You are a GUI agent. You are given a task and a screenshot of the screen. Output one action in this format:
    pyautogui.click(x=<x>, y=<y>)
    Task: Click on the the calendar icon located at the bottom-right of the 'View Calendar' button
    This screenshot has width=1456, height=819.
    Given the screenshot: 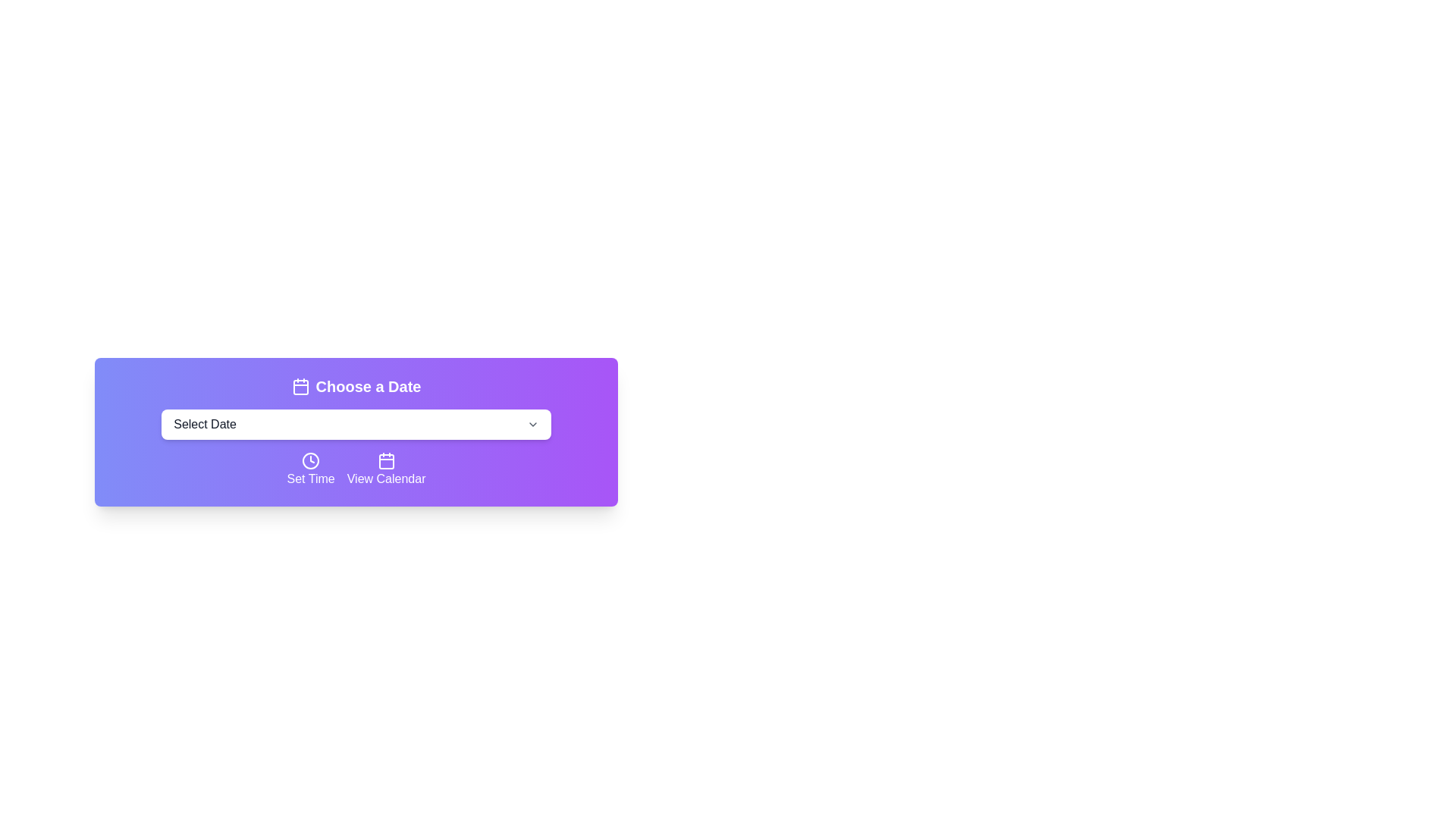 What is the action you would take?
    pyautogui.click(x=386, y=460)
    